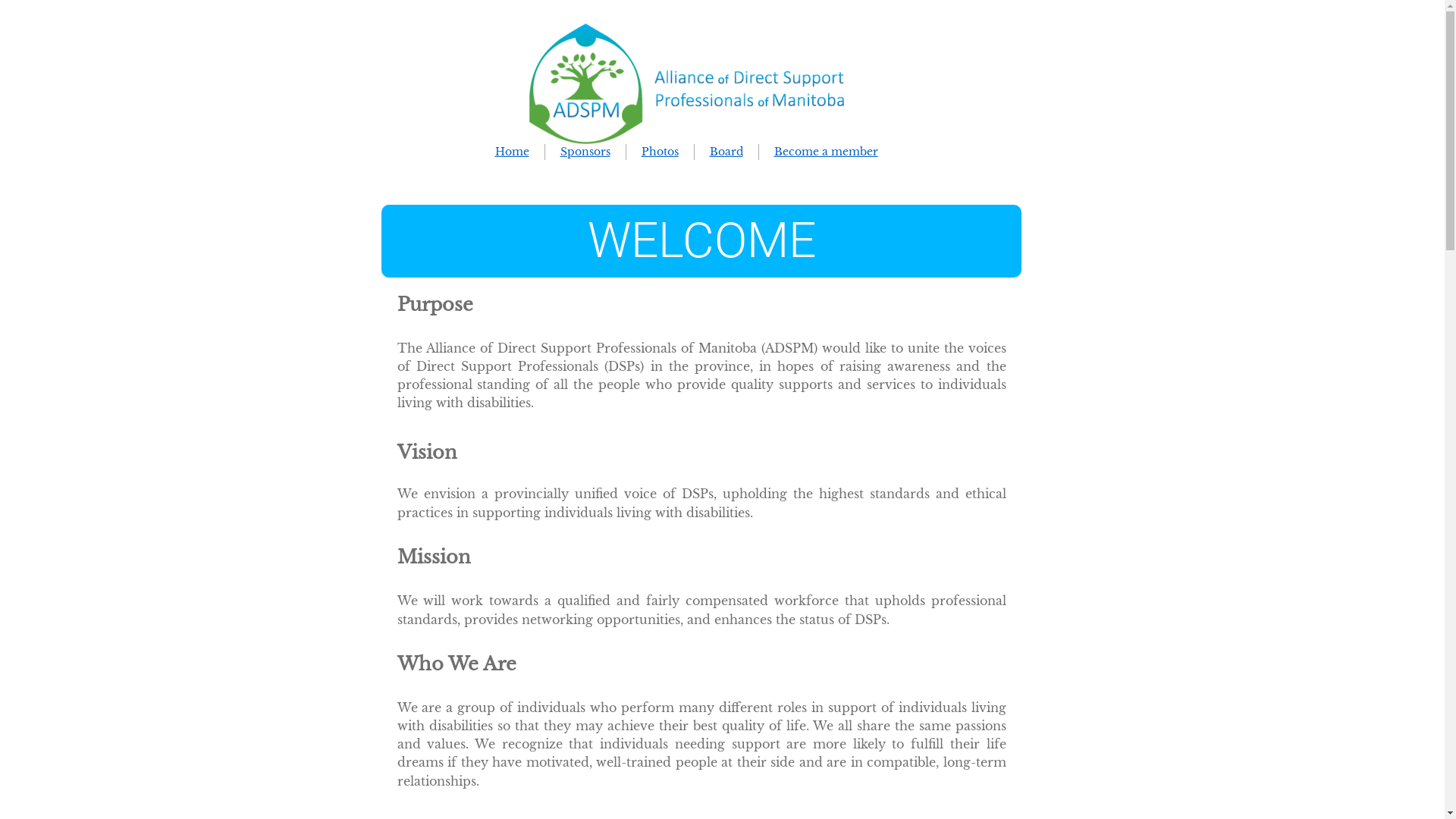 This screenshot has width=1456, height=819. What do you see at coordinates (824, 152) in the screenshot?
I see `'Become a member'` at bounding box center [824, 152].